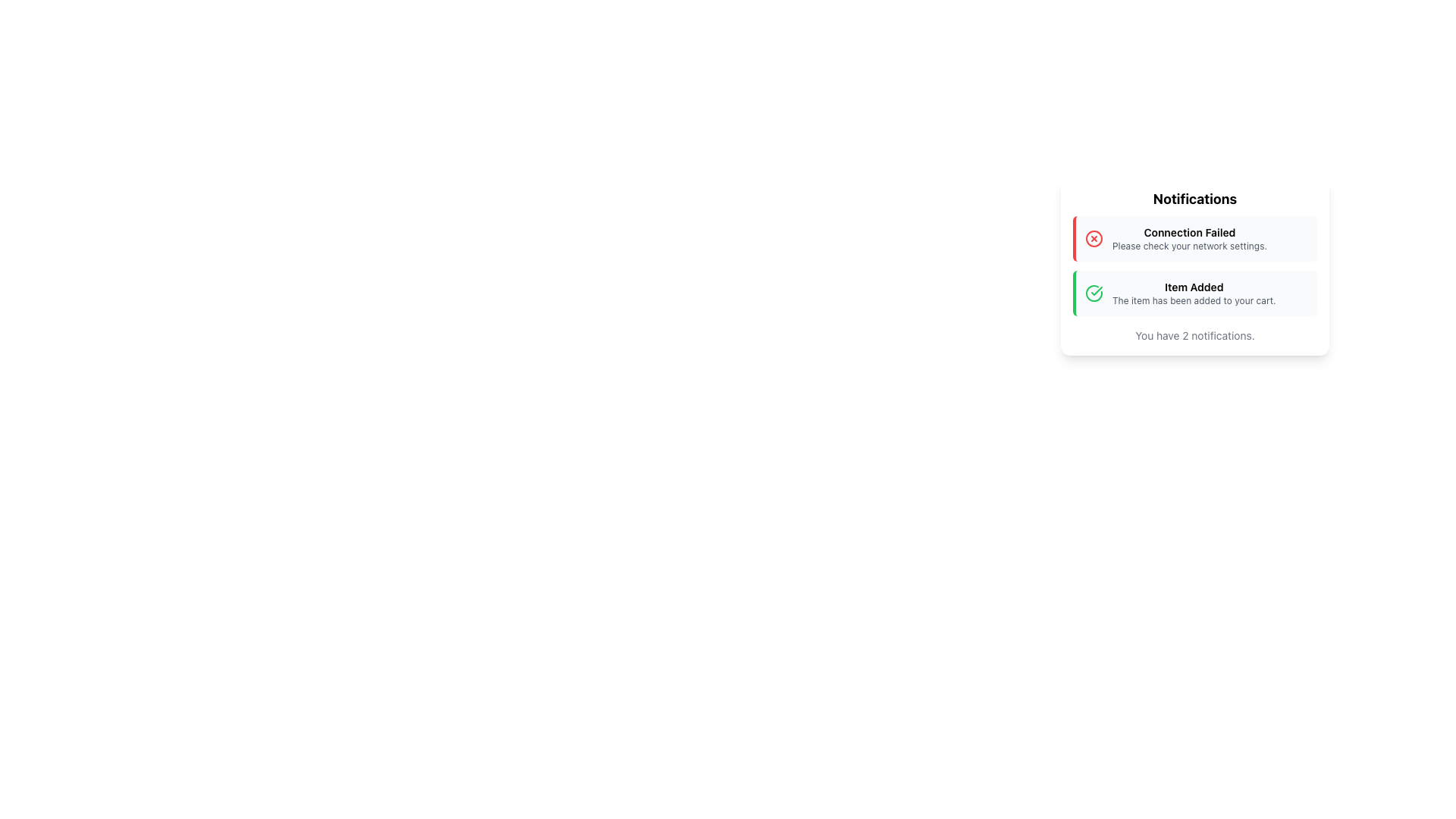  What do you see at coordinates (1196, 293) in the screenshot?
I see `confirmation message displayed in the notification panel confirming that an item has been added to the cart, which is the second notification below the 'Connection Failed' warning` at bounding box center [1196, 293].